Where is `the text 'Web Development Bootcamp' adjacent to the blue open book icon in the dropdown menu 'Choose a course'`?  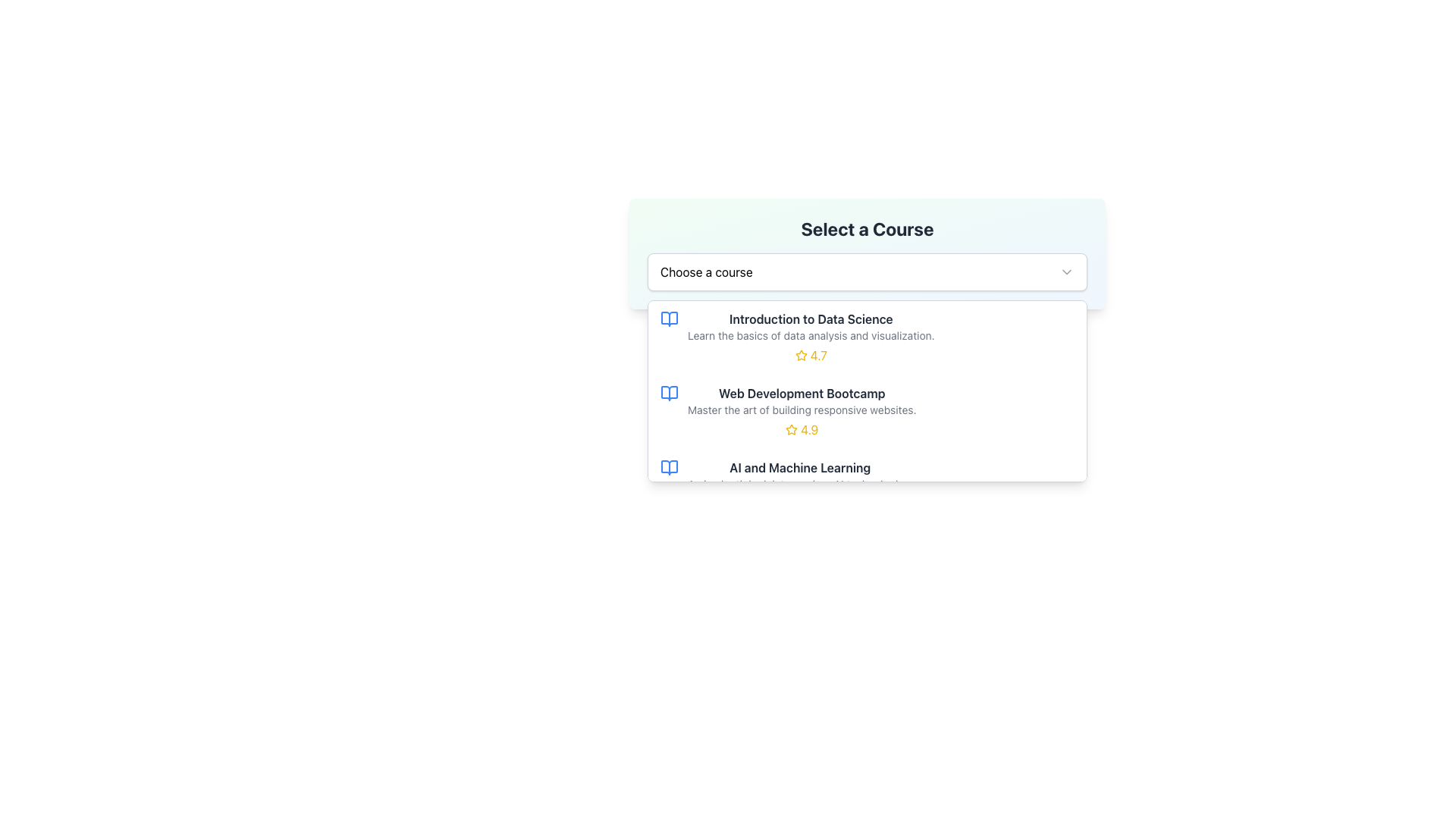 the text 'Web Development Bootcamp' adjacent to the blue open book icon in the dropdown menu 'Choose a course' is located at coordinates (669, 393).